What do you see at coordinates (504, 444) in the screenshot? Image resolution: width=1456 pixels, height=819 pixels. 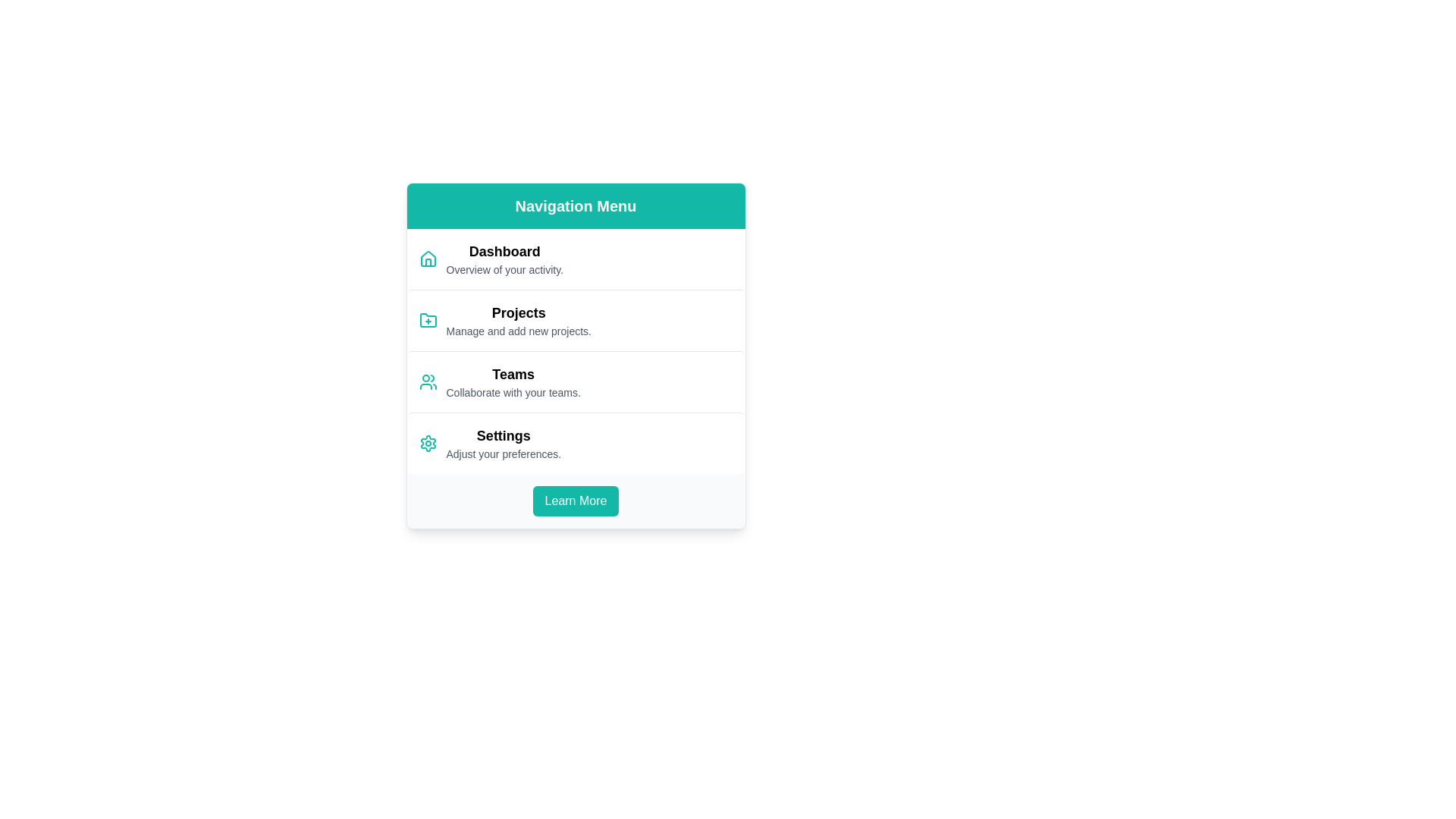 I see `the 'Settings' text block in the Navigation Menu` at bounding box center [504, 444].